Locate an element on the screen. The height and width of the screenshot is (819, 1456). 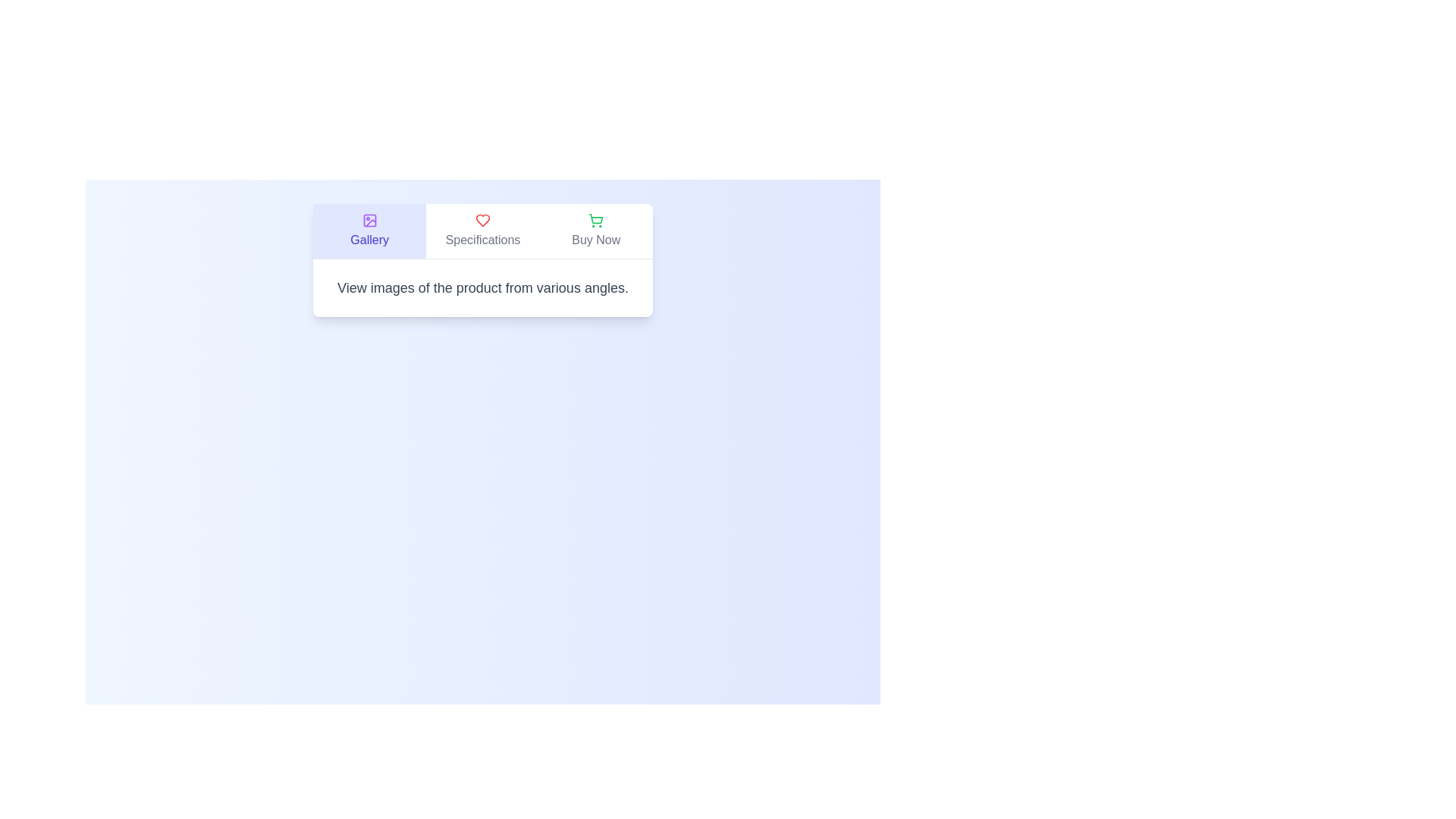
the icon of the Gallery tab is located at coordinates (369, 220).